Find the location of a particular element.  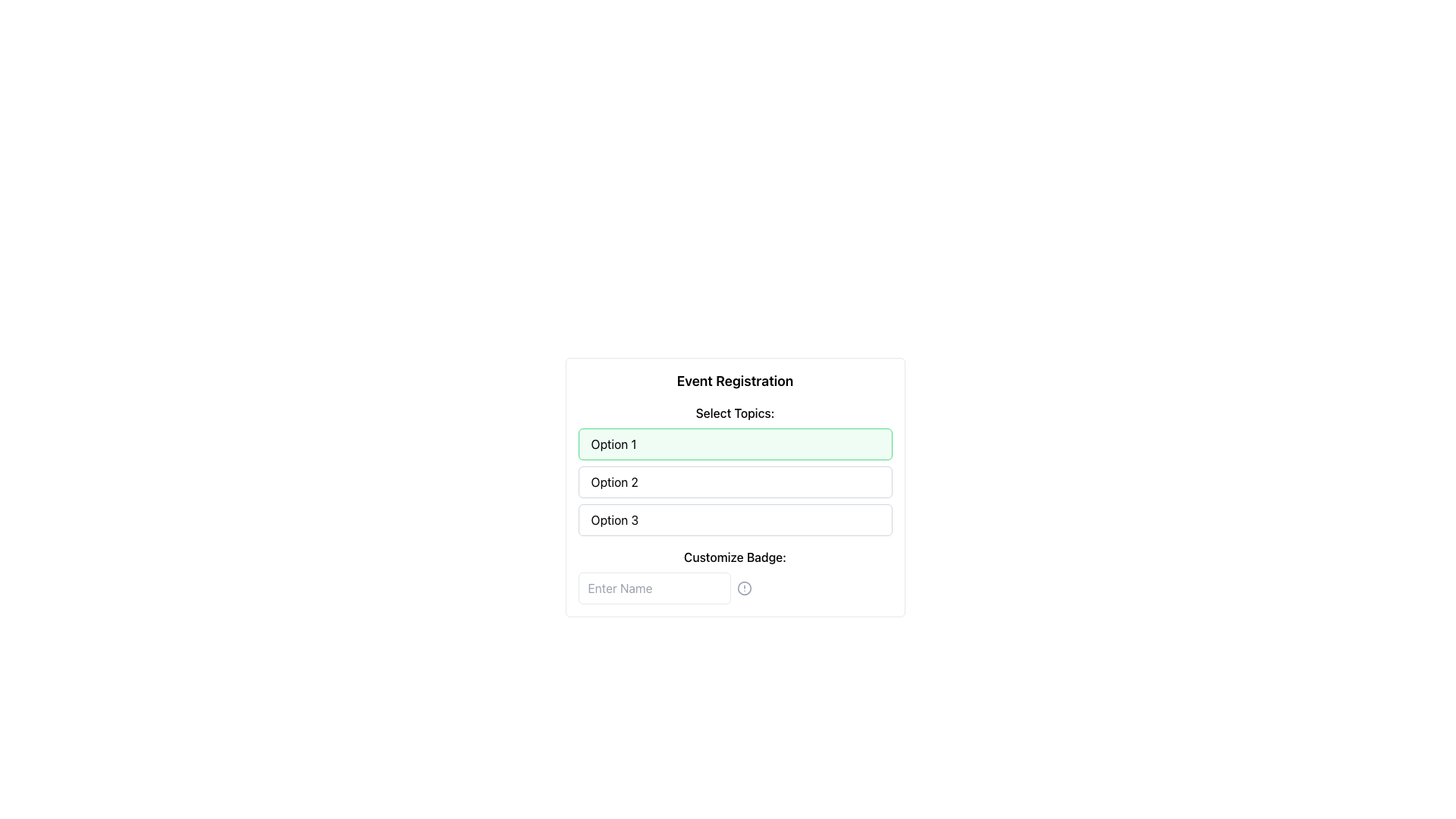

the 'Option 1' button is located at coordinates (735, 444).